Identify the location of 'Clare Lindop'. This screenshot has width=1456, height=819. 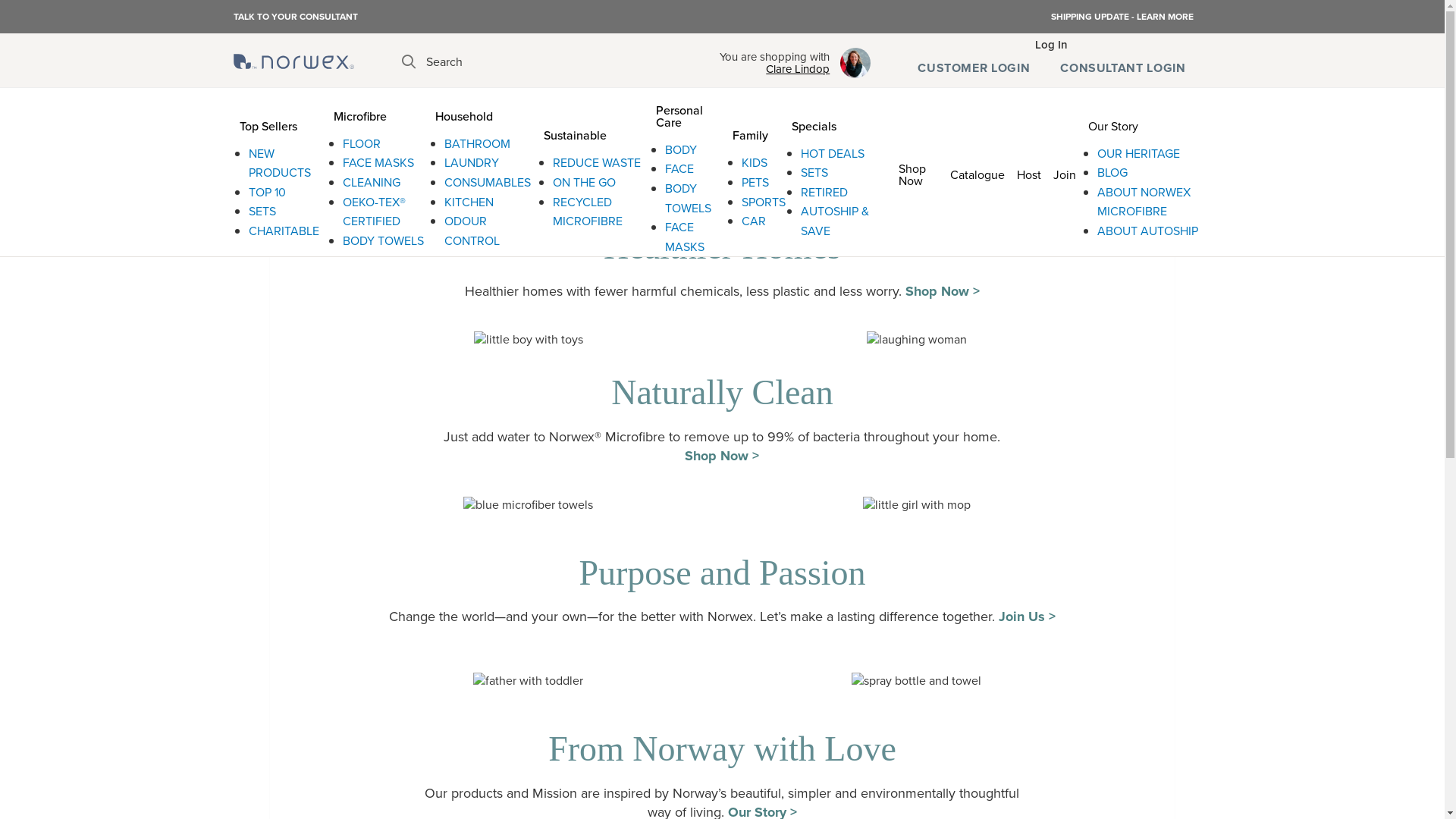
(774, 69).